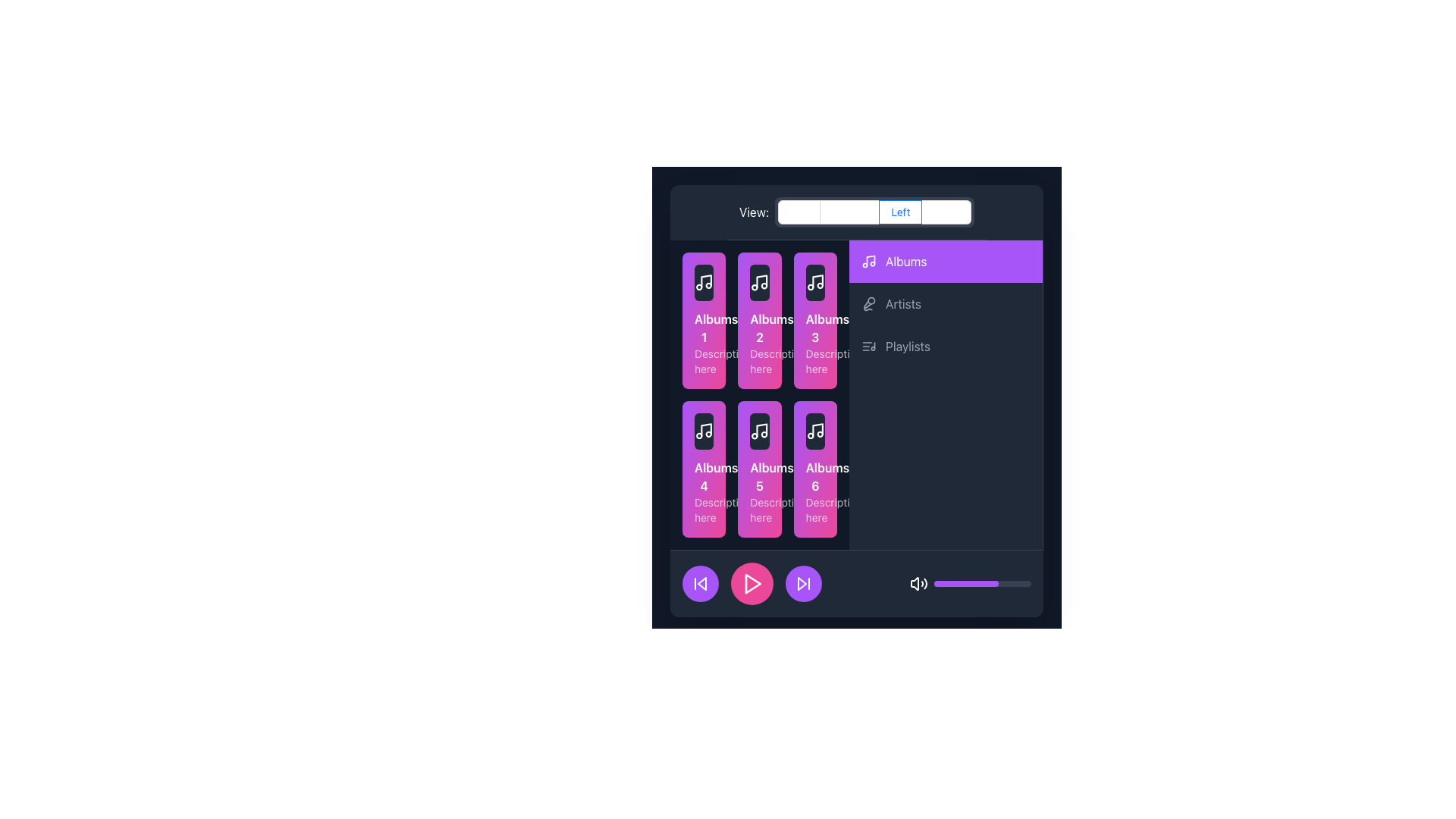 The height and width of the screenshot is (819, 1456). What do you see at coordinates (946, 212) in the screenshot?
I see `the far-right radio button labeled 'Right' in the toggle button group at the top-right corner of the content area` at bounding box center [946, 212].